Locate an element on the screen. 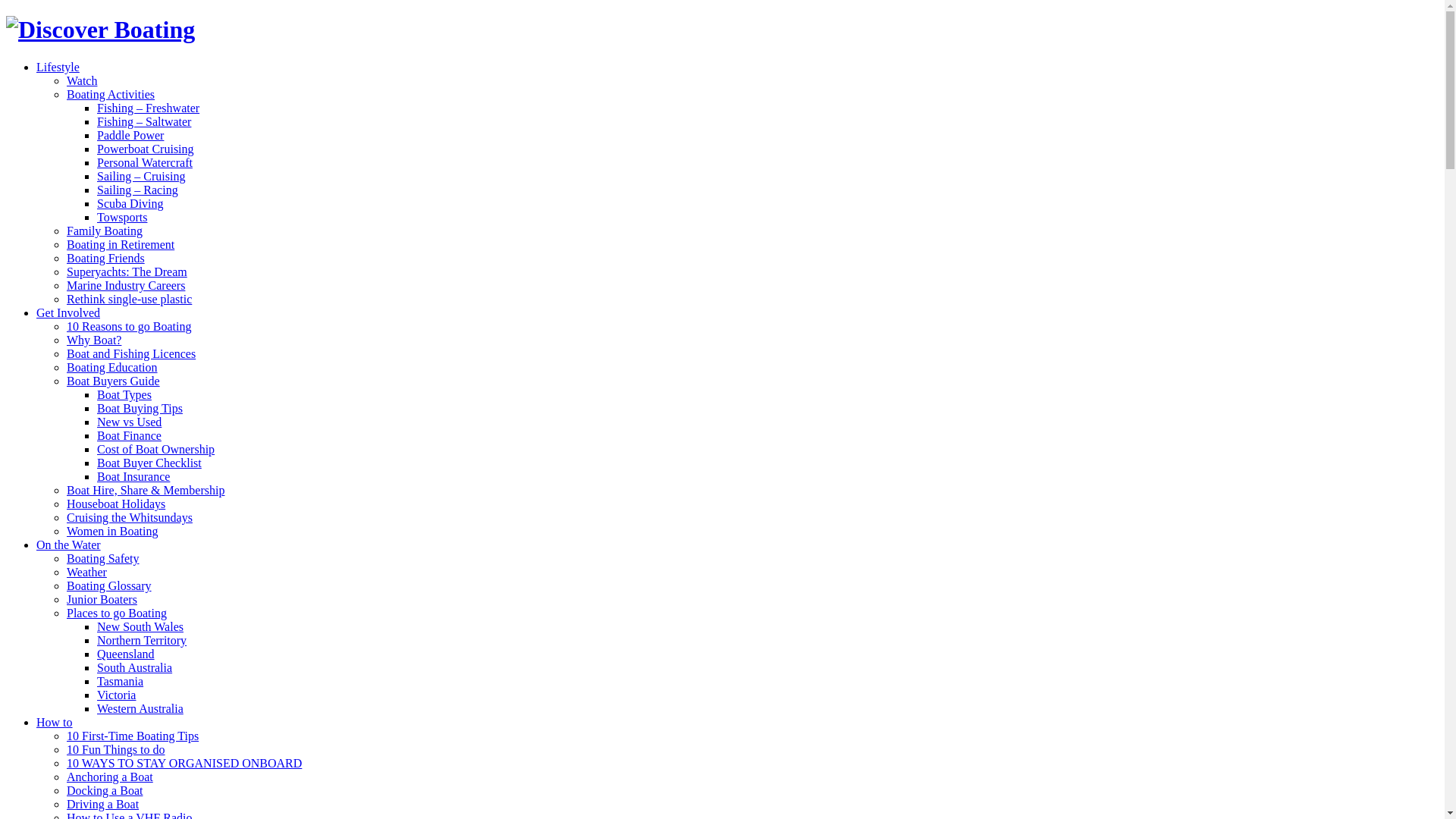 This screenshot has height=819, width=1456. 'Scuba Diving' is located at coordinates (130, 202).